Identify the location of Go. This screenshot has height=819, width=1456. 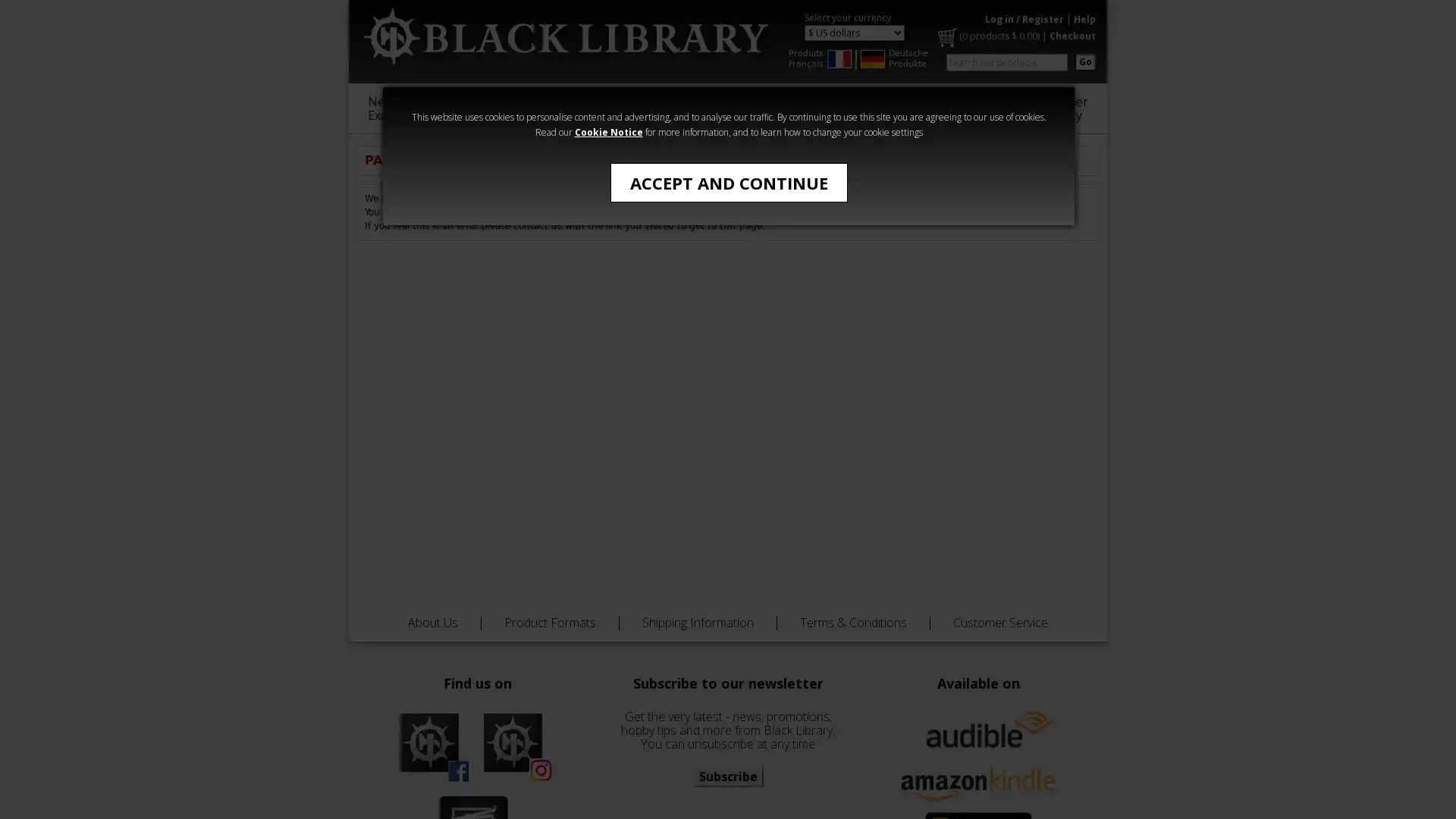
(1084, 61).